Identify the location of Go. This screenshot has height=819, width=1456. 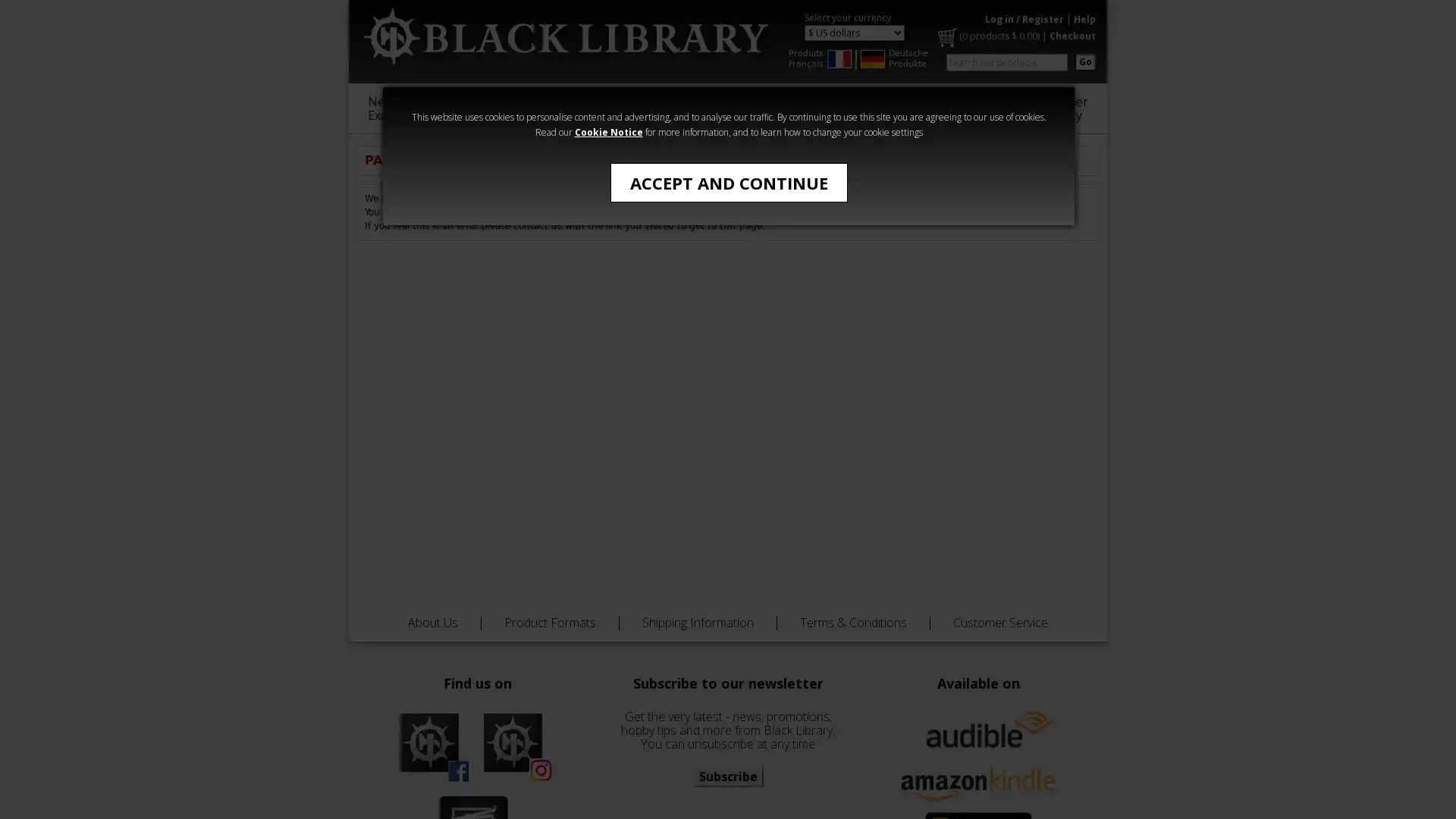
(1084, 61).